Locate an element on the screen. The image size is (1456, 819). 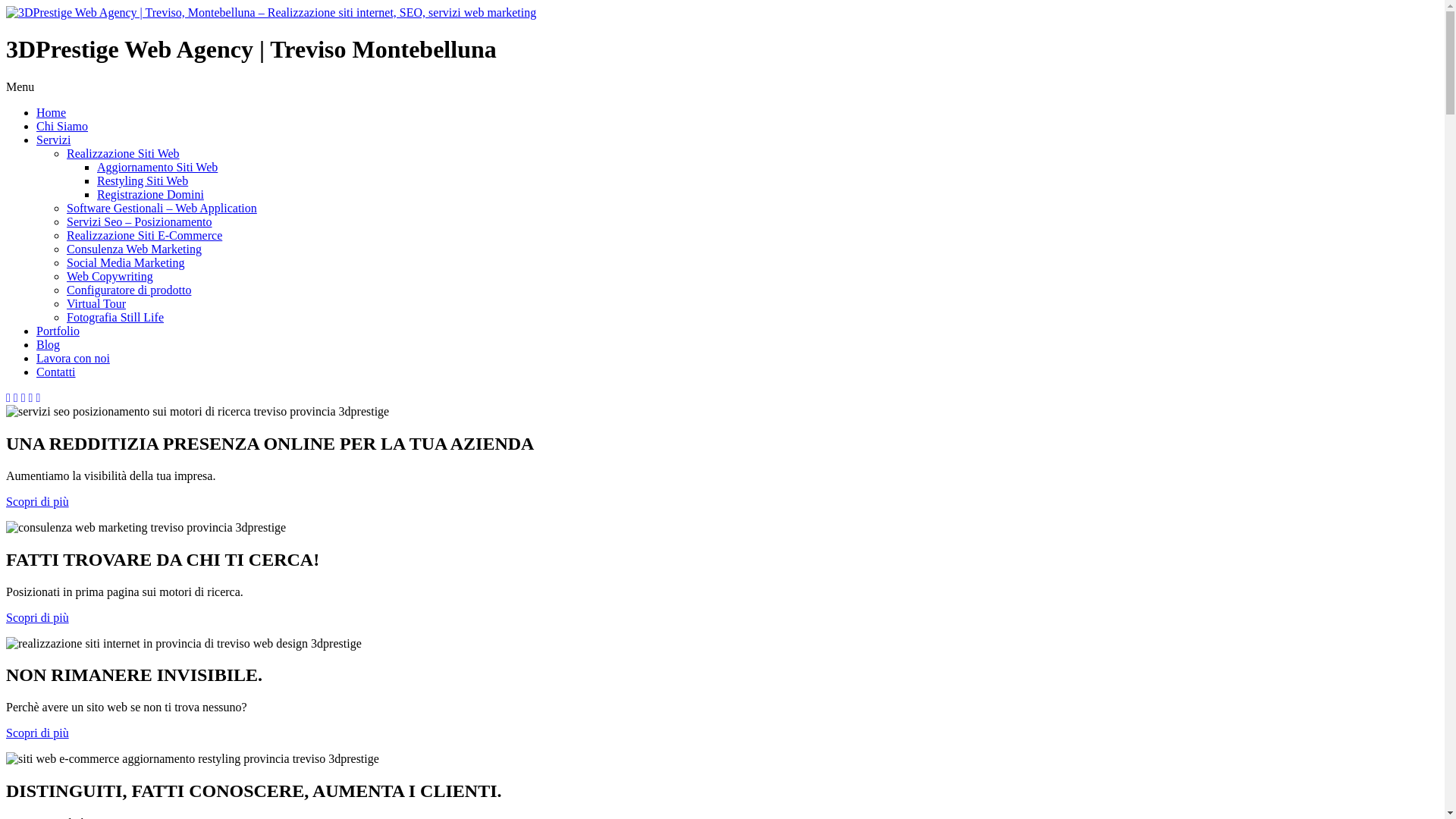
'Portfolio' is located at coordinates (36, 330).